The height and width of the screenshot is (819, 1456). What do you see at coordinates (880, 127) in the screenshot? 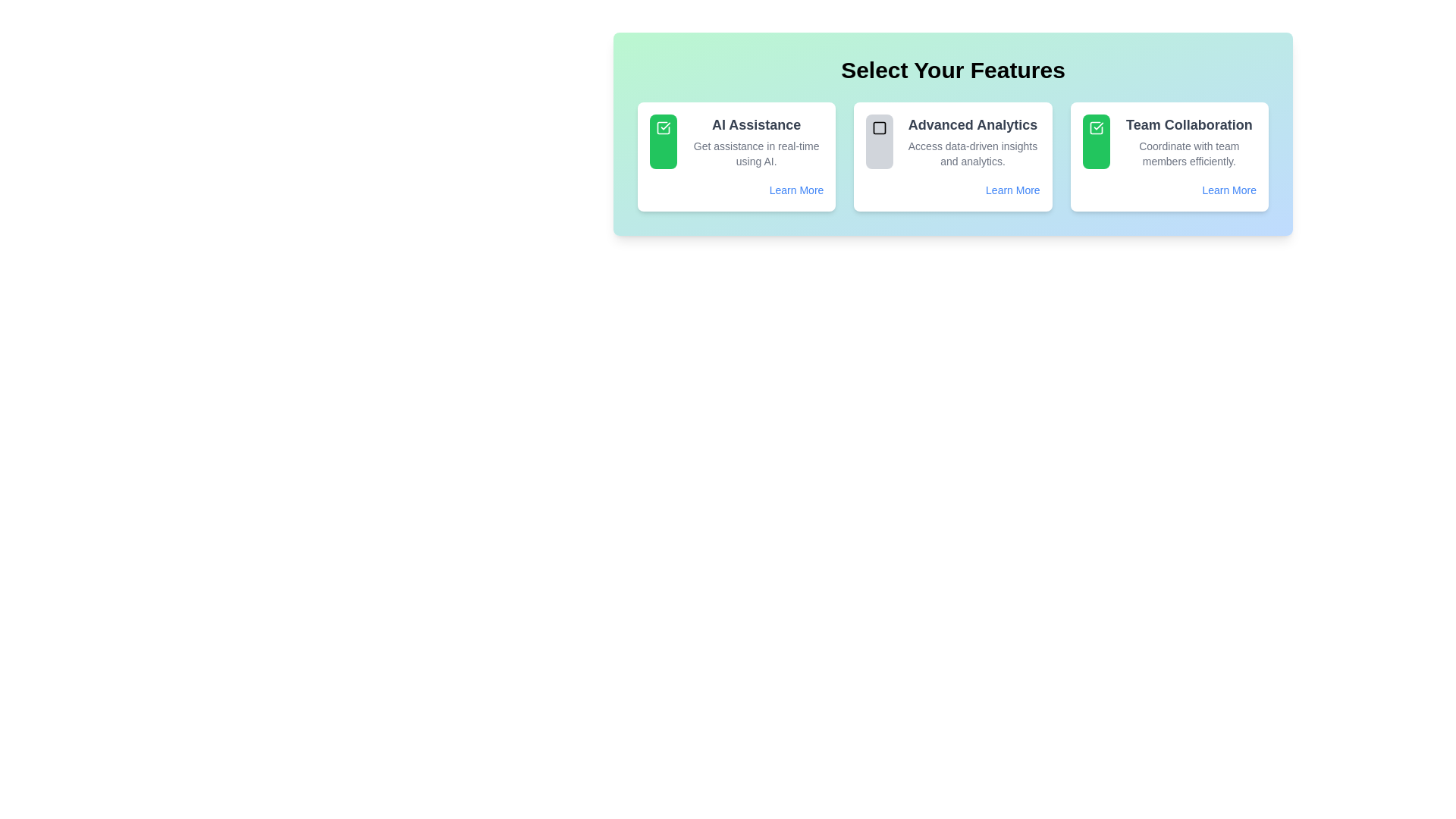
I see `the minimalistic square icon outlined in black, located at the center of the 'Advanced Analytics' card, which has a light gray background and is positioned between 'AI Assistance' and 'Team Collaboration'` at bounding box center [880, 127].